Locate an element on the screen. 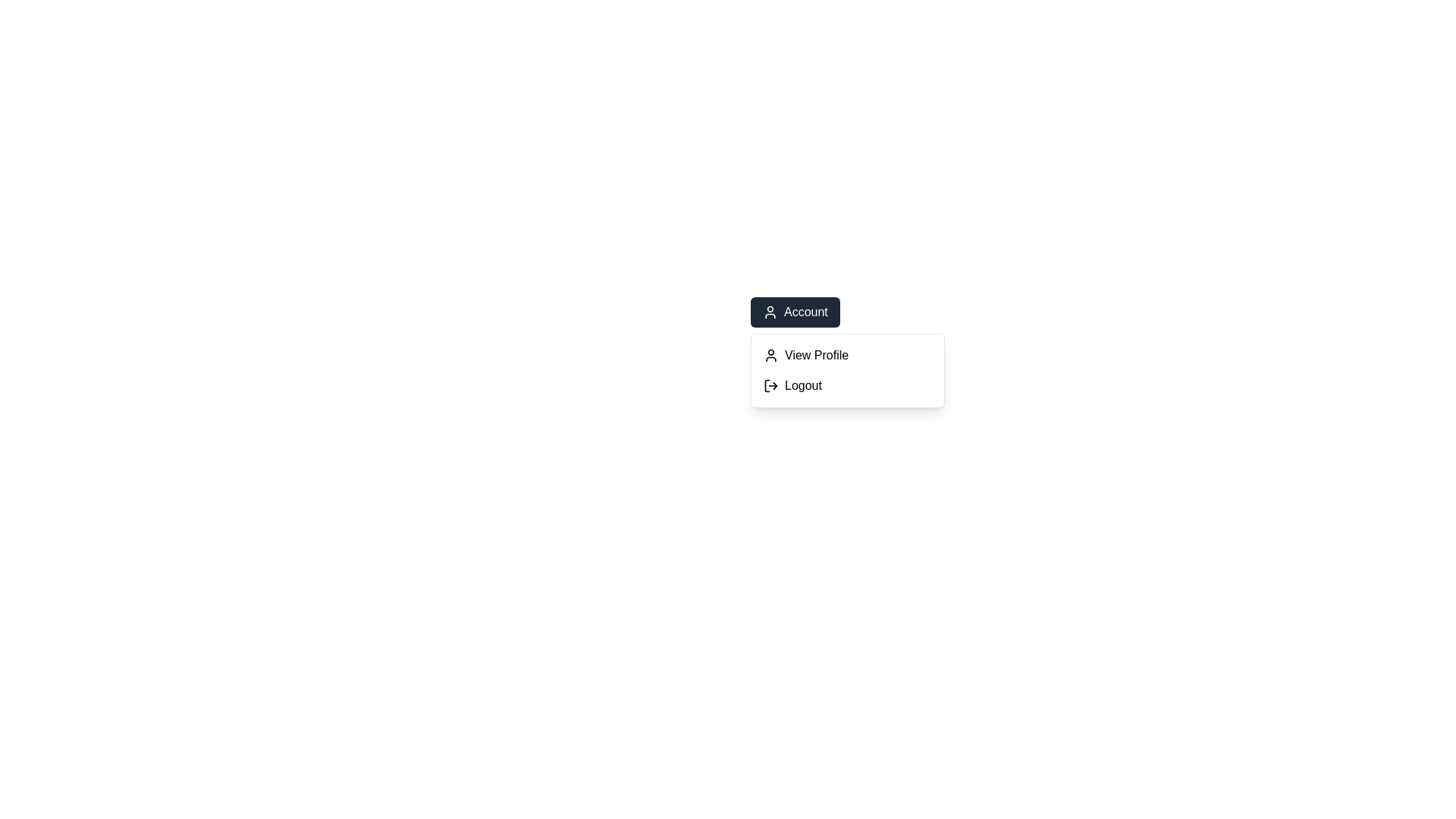 The image size is (1456, 819). the profile button located below the 'Account' button in the drop-down menu to visually highlight it is located at coordinates (847, 356).